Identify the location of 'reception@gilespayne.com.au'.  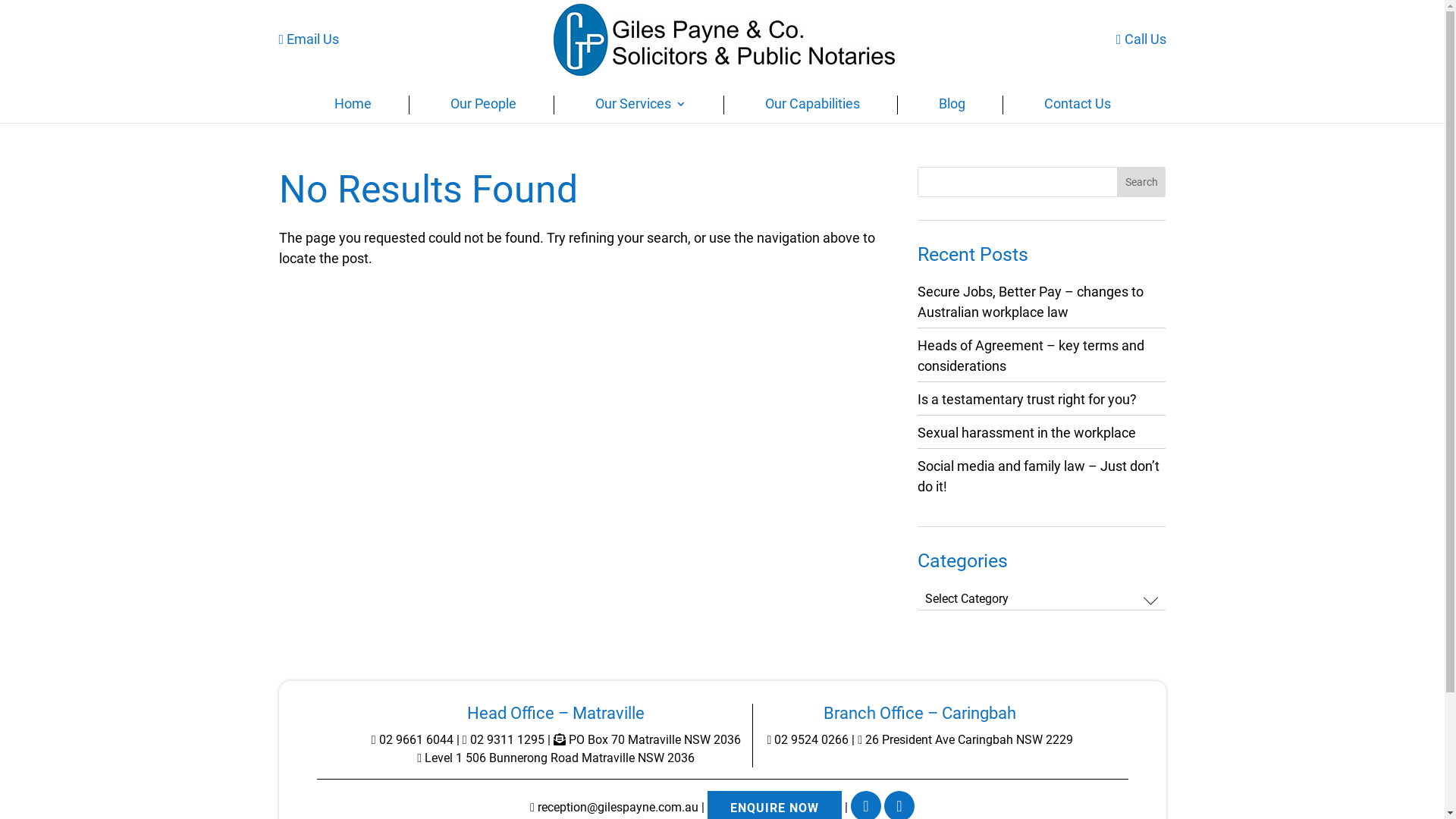
(614, 806).